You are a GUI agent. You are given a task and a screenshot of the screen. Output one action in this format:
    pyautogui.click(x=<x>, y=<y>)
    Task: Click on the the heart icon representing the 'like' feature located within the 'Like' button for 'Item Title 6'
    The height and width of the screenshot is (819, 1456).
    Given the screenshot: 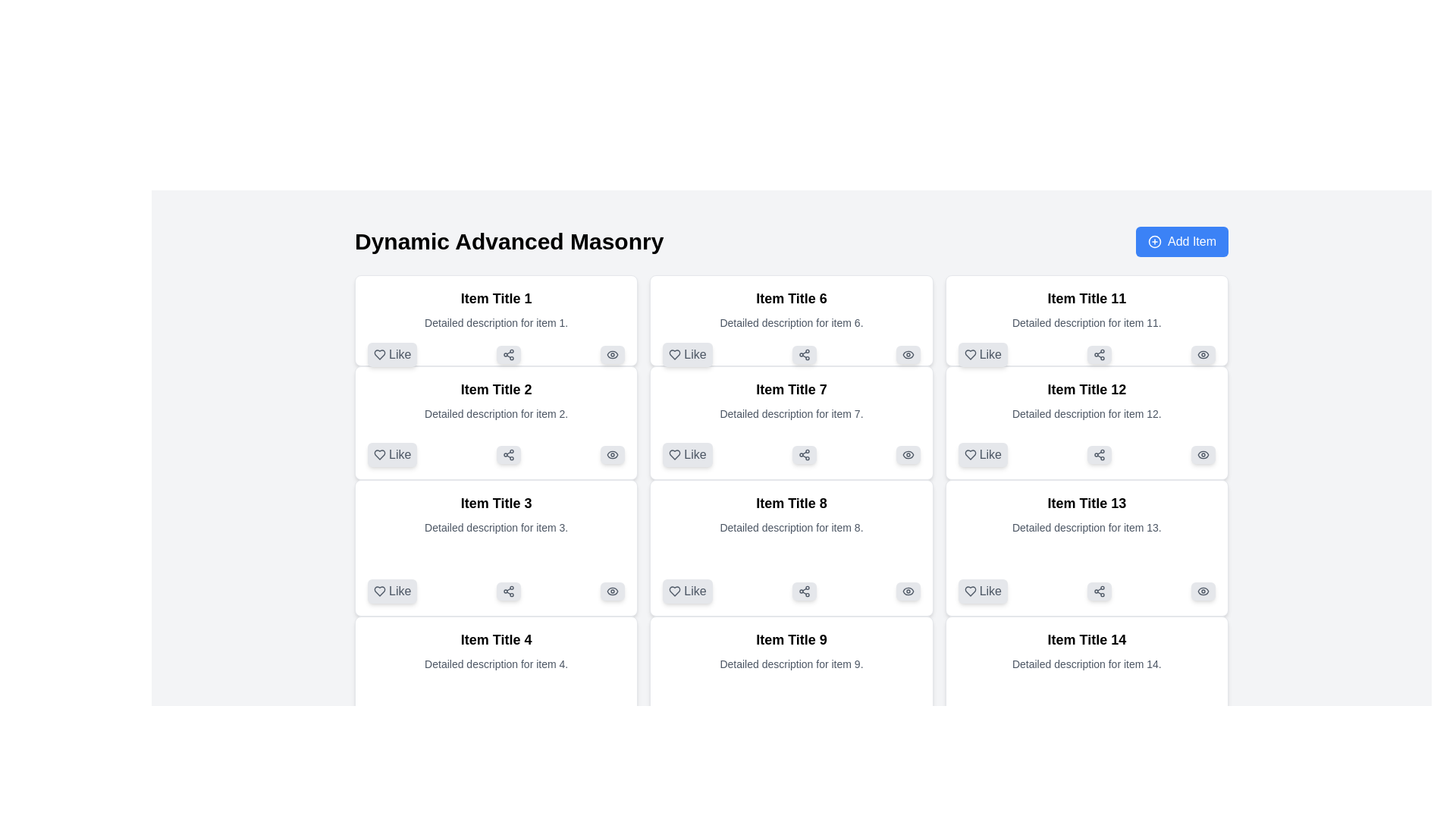 What is the action you would take?
    pyautogui.click(x=674, y=354)
    